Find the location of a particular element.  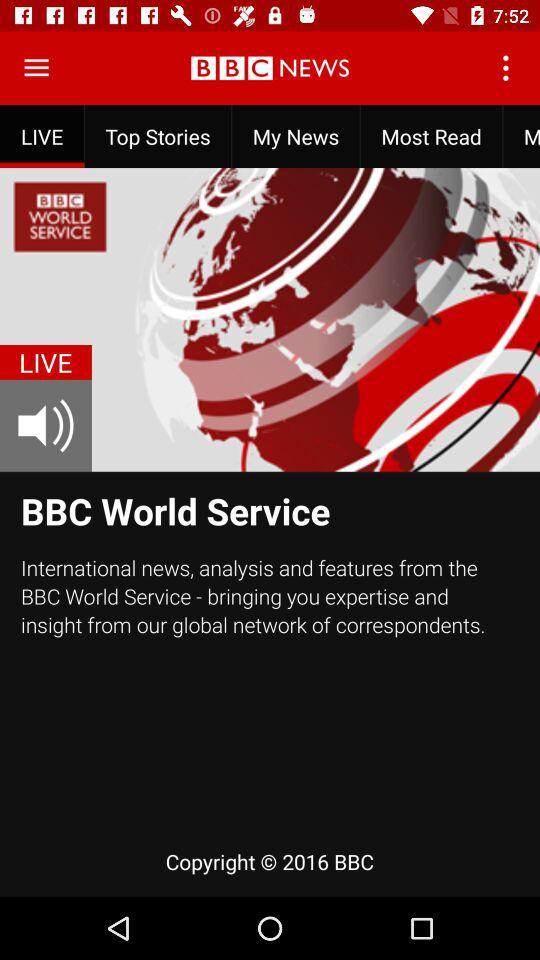

advertisement is located at coordinates (36, 68).